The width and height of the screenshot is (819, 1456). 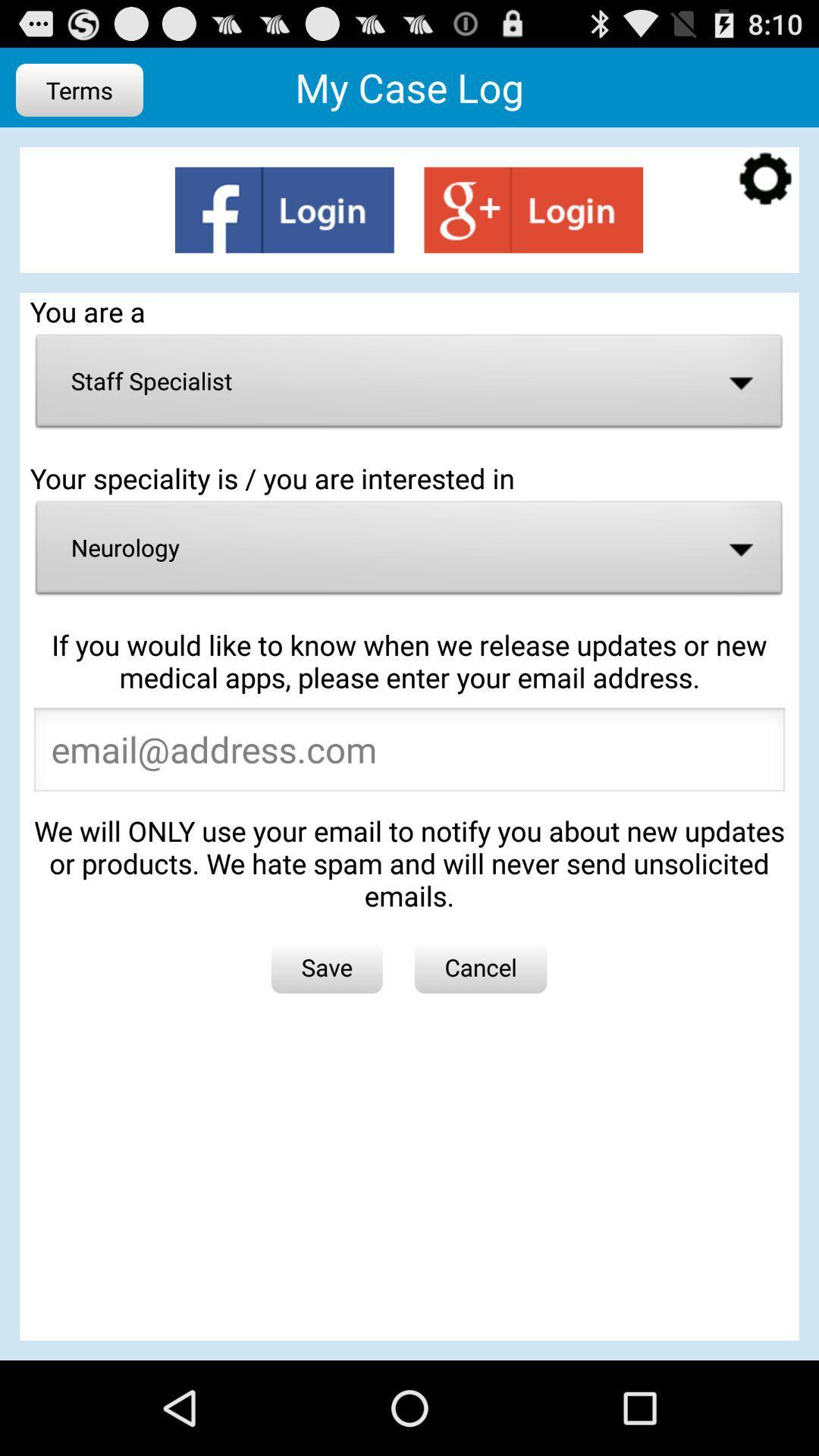 I want to click on login with google plus, so click(x=532, y=209).